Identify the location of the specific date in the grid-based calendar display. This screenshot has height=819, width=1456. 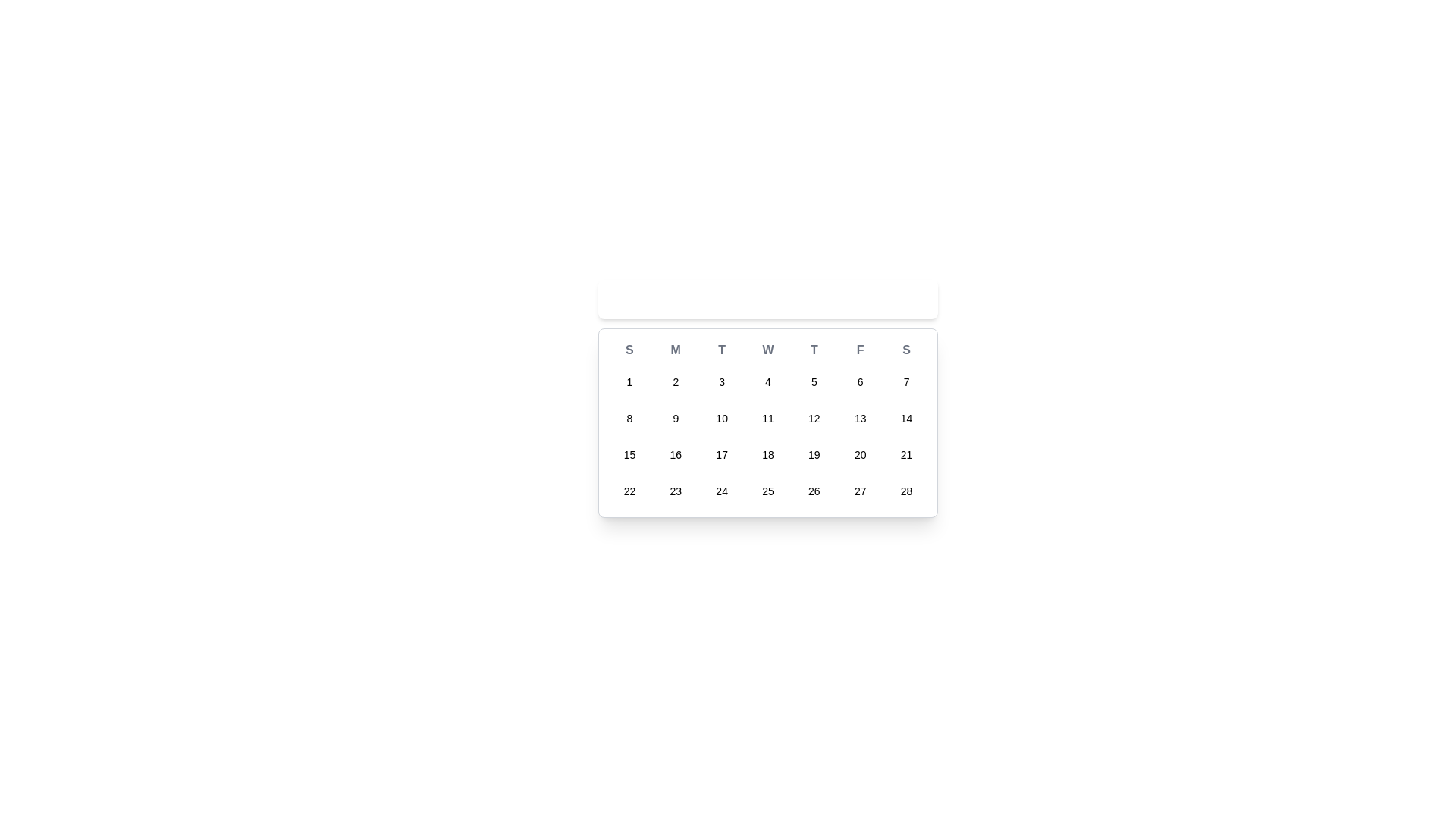
(767, 423).